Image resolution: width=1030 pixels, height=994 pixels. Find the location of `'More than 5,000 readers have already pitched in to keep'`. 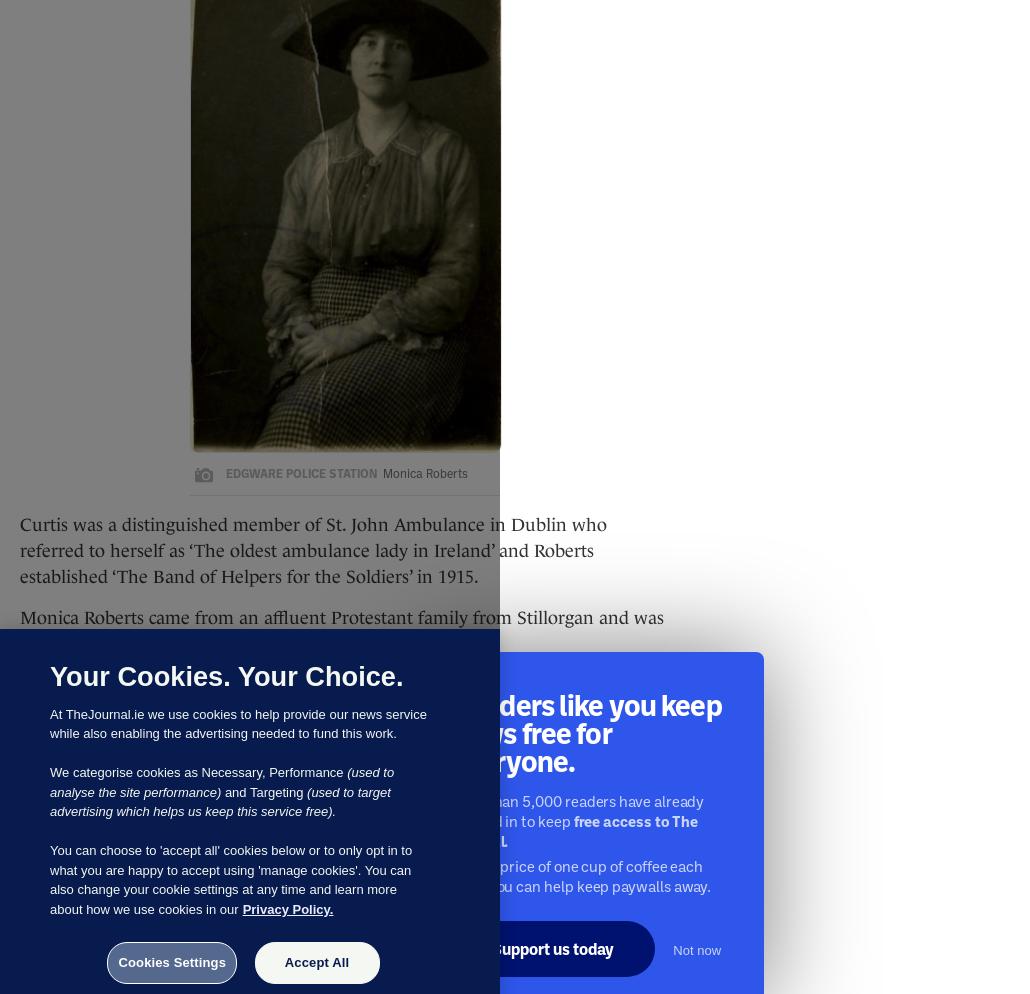

'More than 5,000 readers have already pitched in to keep' is located at coordinates (577, 810).